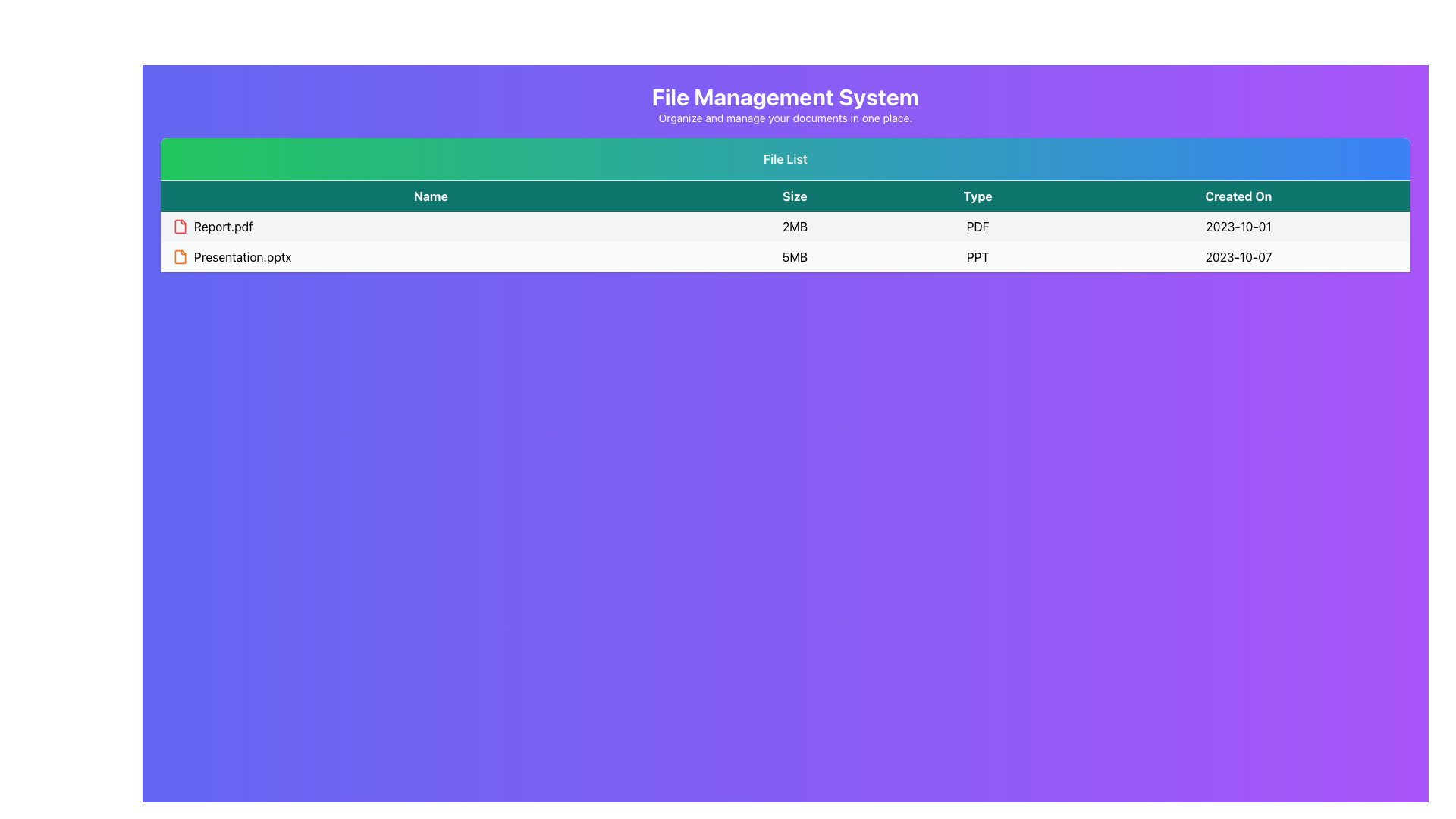 The image size is (1456, 819). Describe the element at coordinates (786, 104) in the screenshot. I see `displayed title and brief description text in the top center text block of the 'File Management System' page` at that location.